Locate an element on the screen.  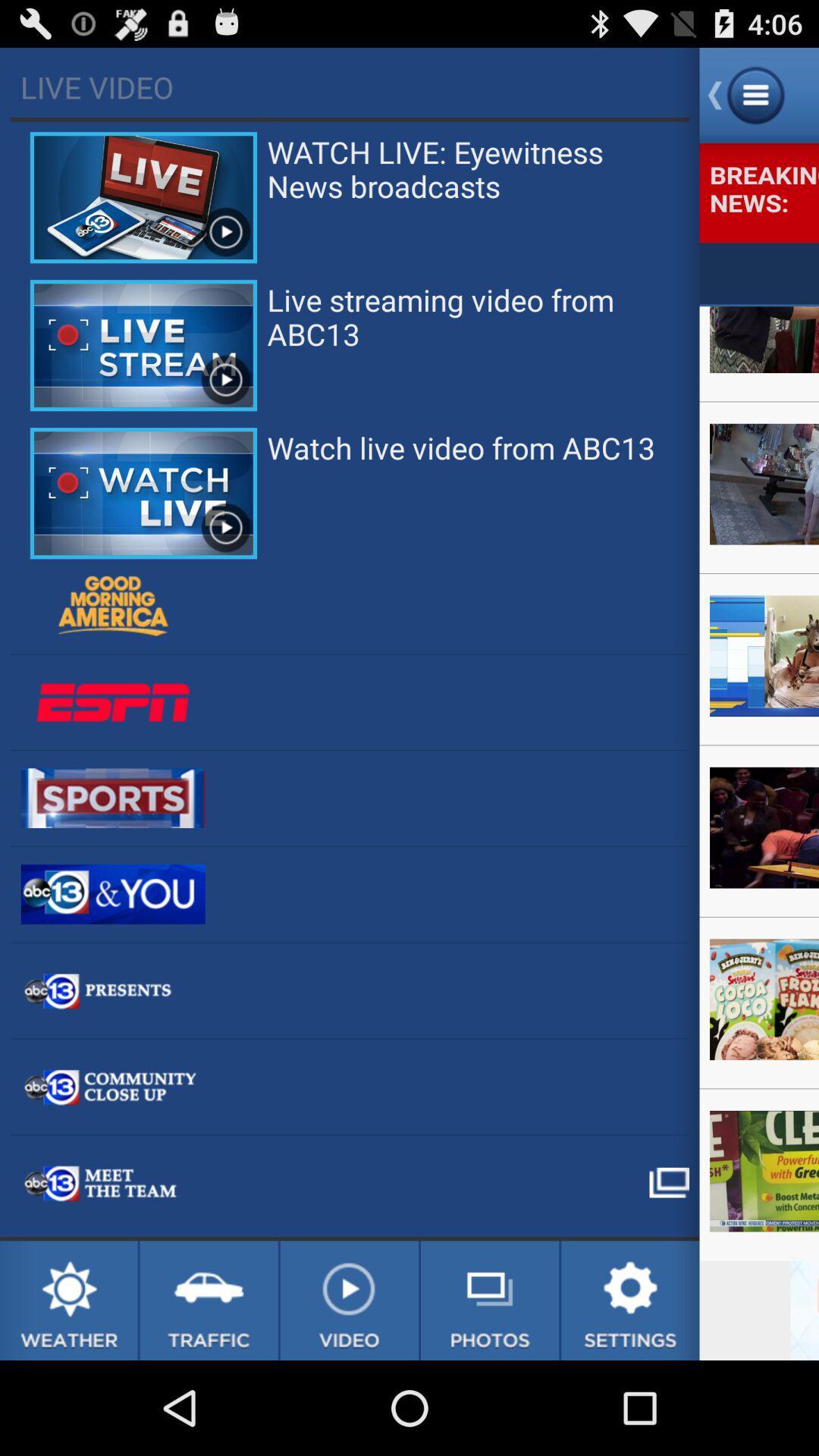
see traffic status is located at coordinates (209, 1300).